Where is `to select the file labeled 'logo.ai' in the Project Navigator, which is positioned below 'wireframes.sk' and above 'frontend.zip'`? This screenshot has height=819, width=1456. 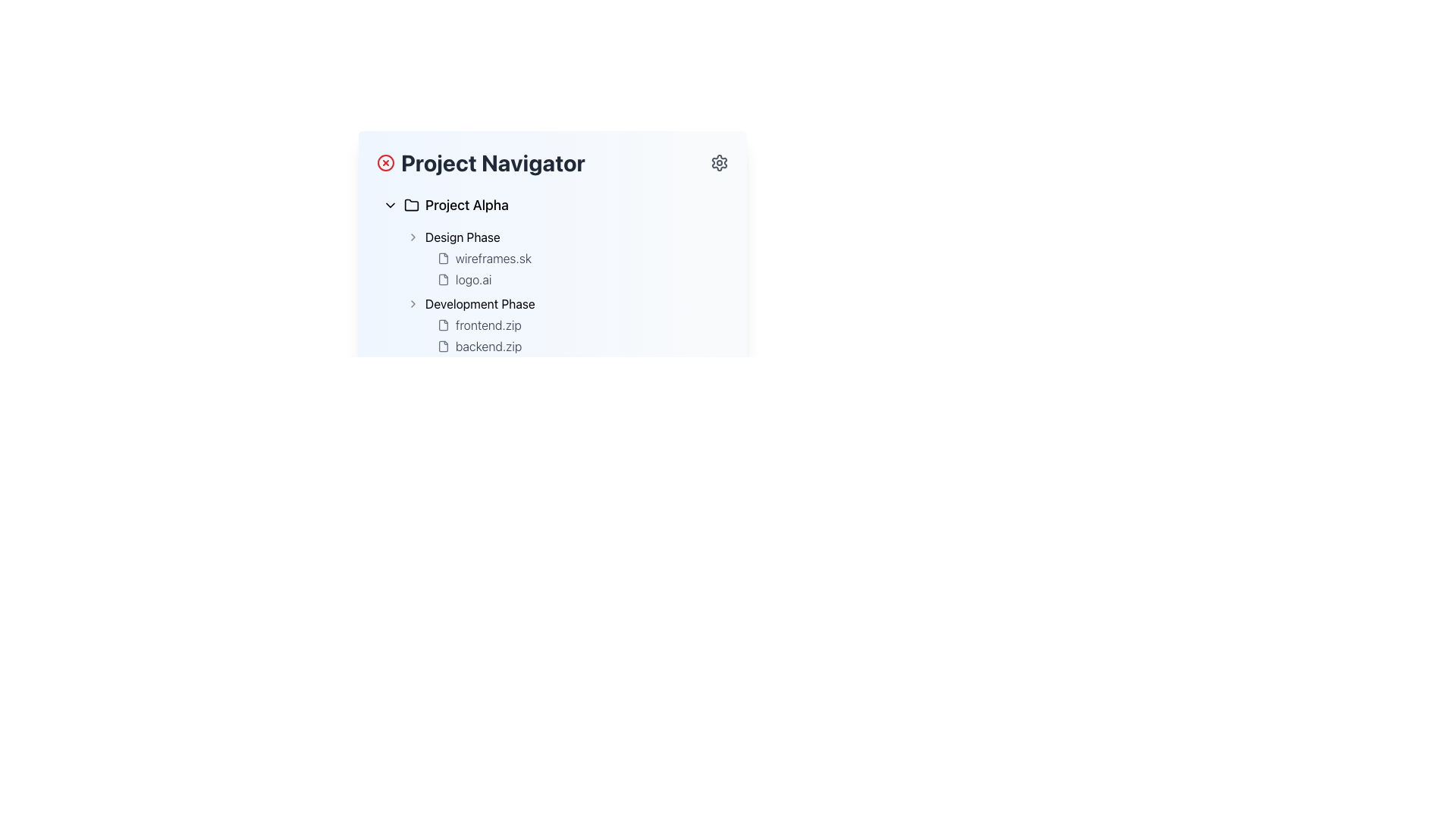
to select the file labeled 'logo.ai' in the Project Navigator, which is positioned below 'wireframes.sk' and above 'frontend.zip' is located at coordinates (579, 280).